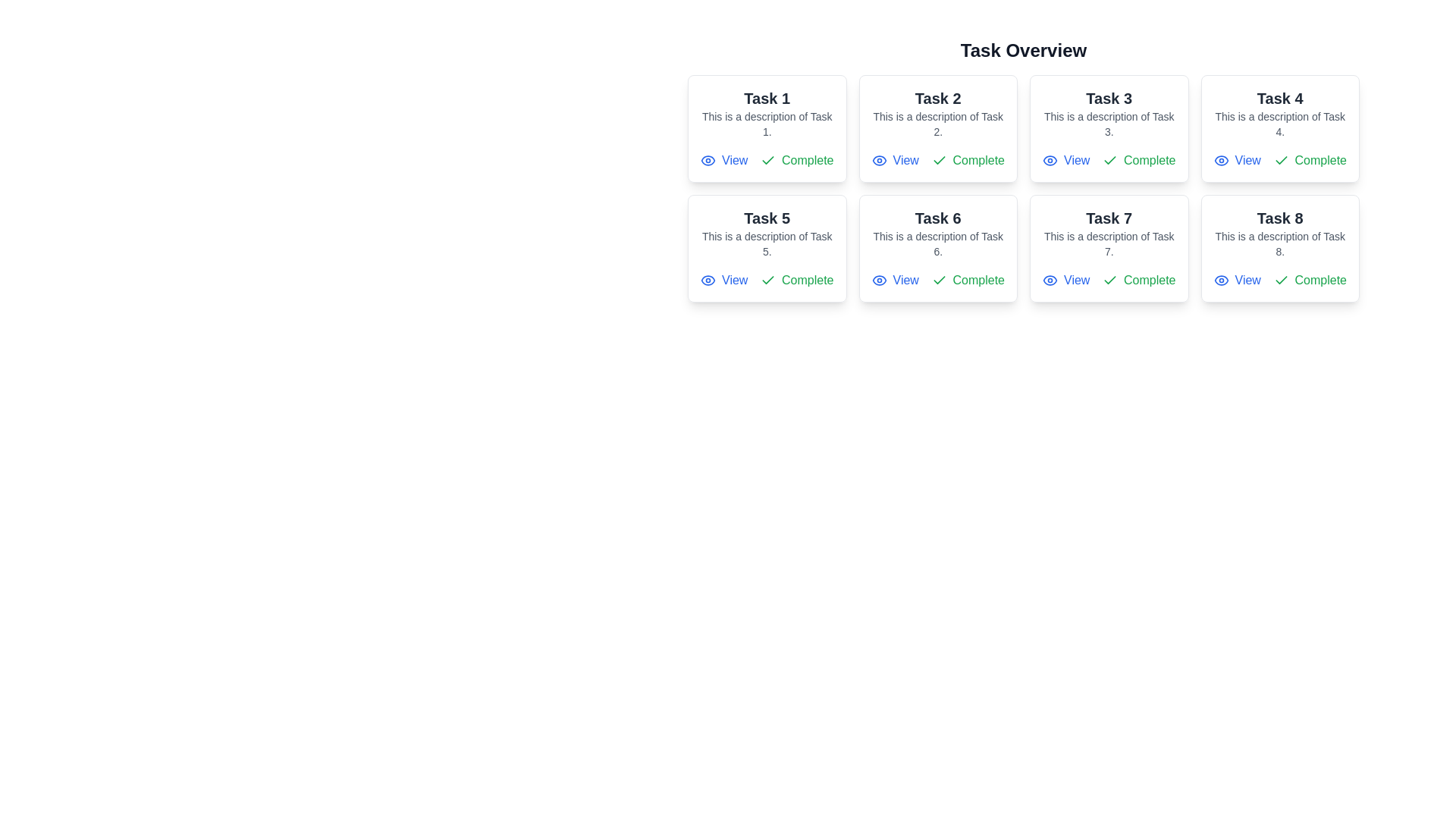  I want to click on the 'Complete' status icon located to the right of the 'View' button within the 'Task 4' card, so click(1280, 161).